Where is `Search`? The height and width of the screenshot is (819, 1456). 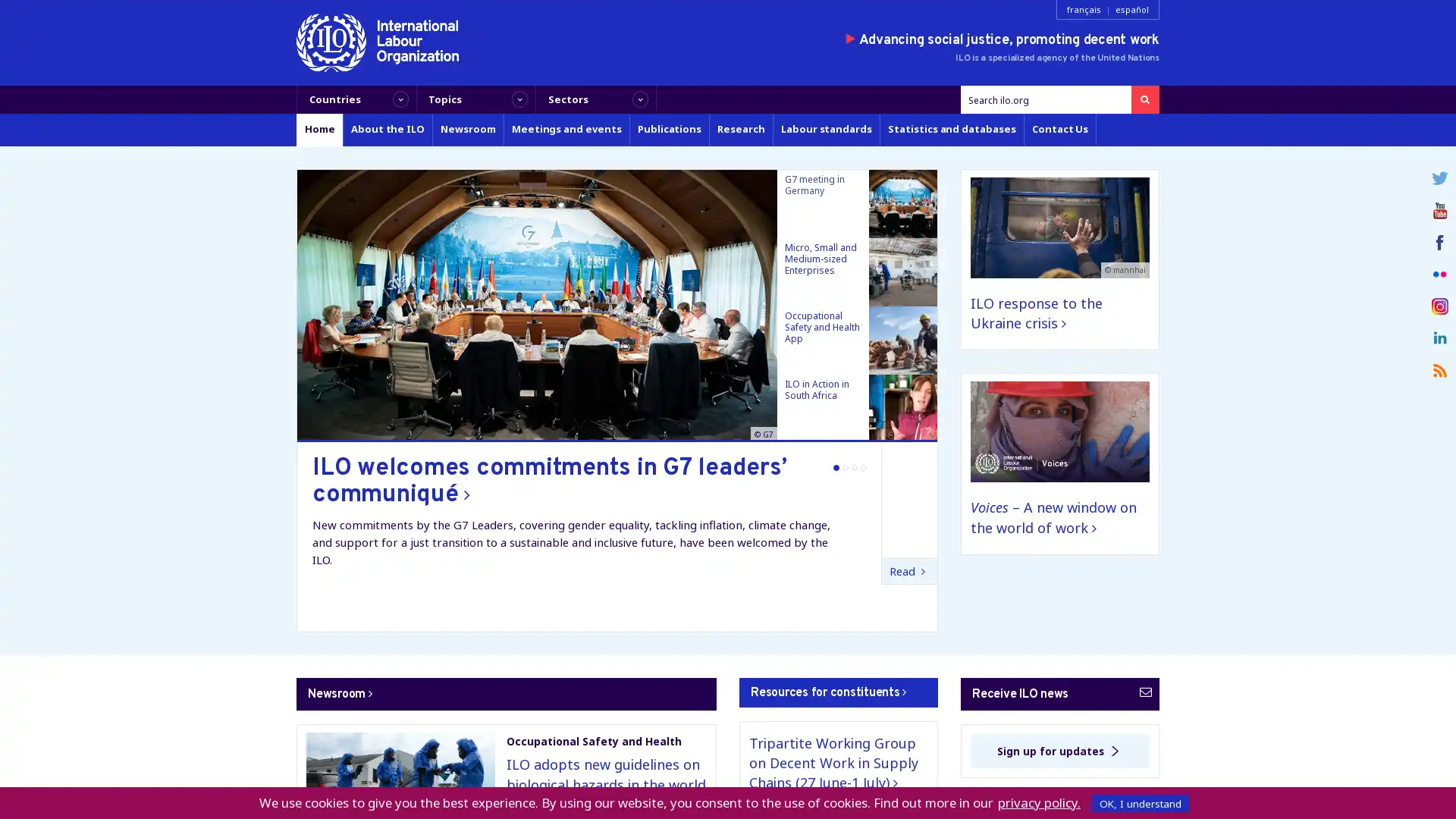 Search is located at coordinates (1144, 99).